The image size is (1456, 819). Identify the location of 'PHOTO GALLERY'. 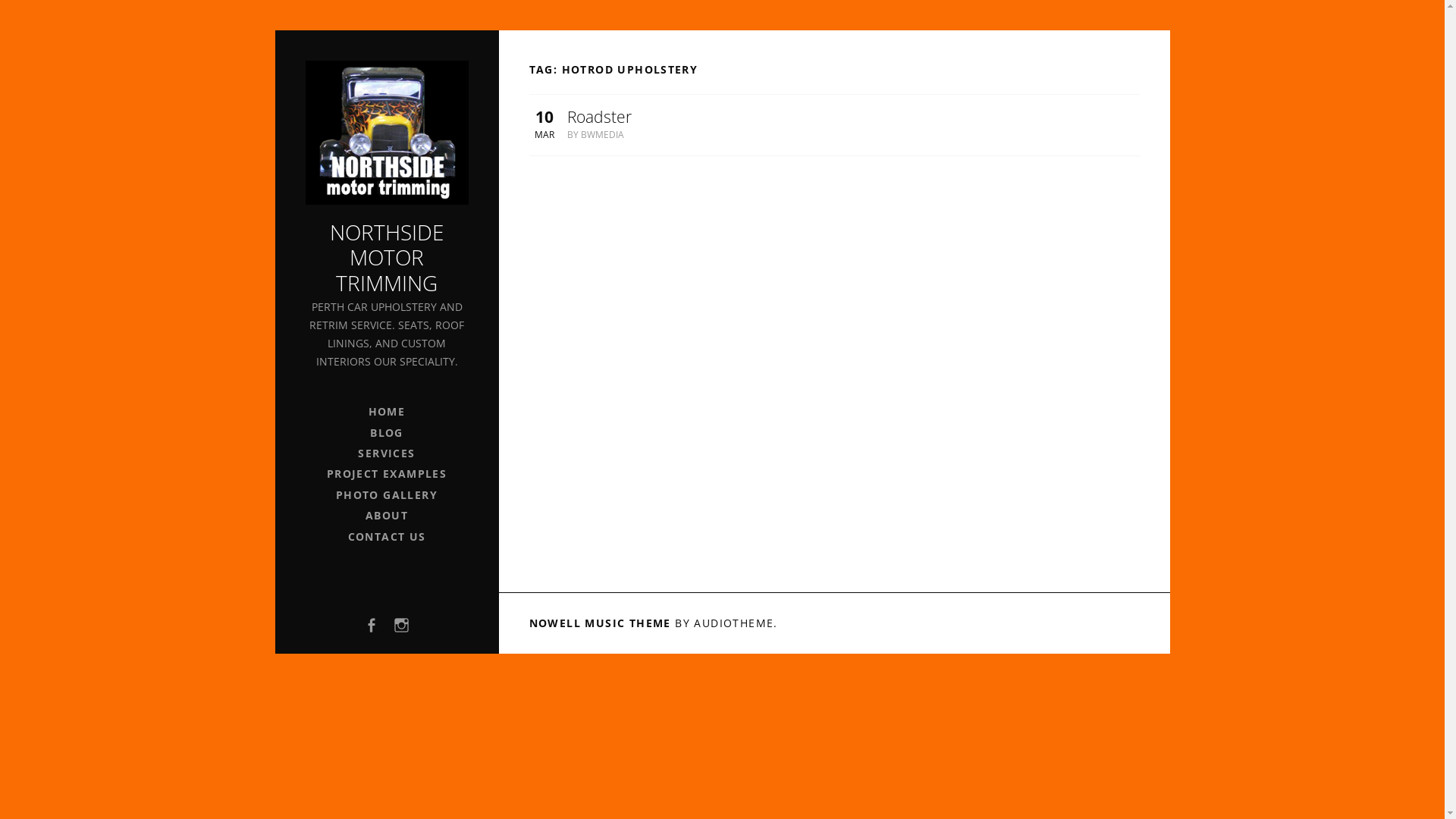
(386, 494).